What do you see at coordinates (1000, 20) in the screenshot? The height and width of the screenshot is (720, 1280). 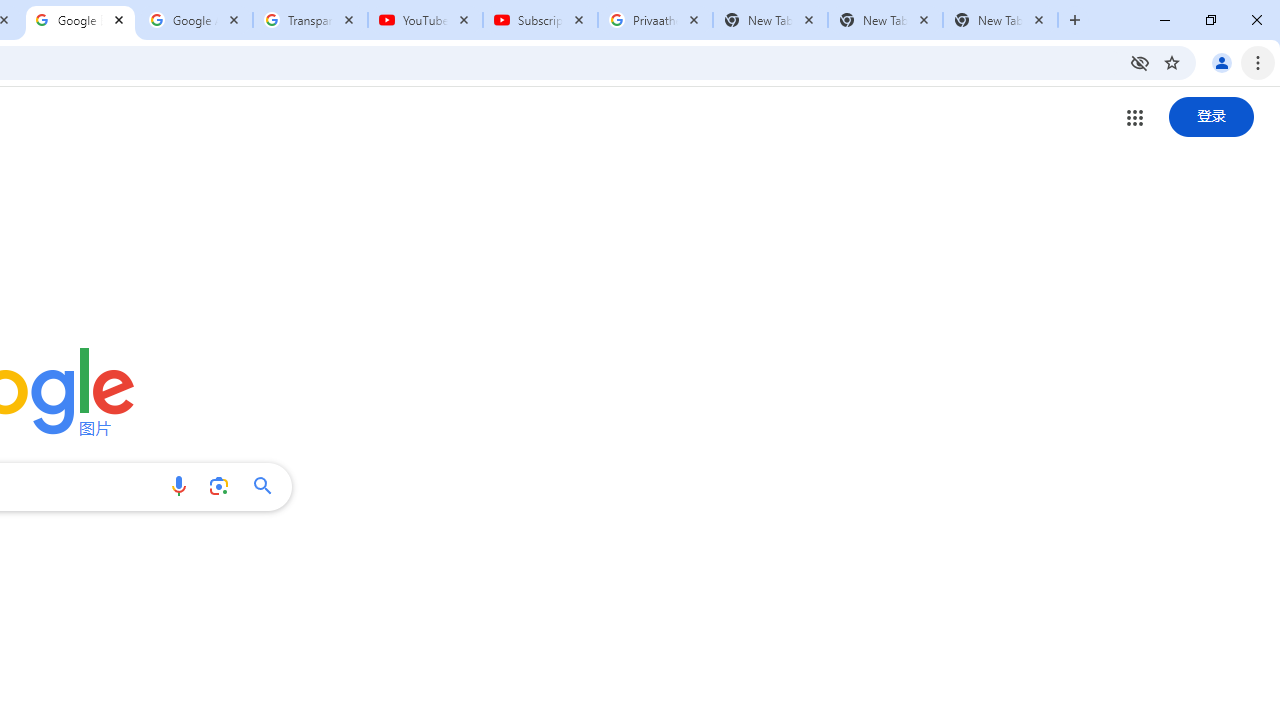 I see `'New Tab'` at bounding box center [1000, 20].